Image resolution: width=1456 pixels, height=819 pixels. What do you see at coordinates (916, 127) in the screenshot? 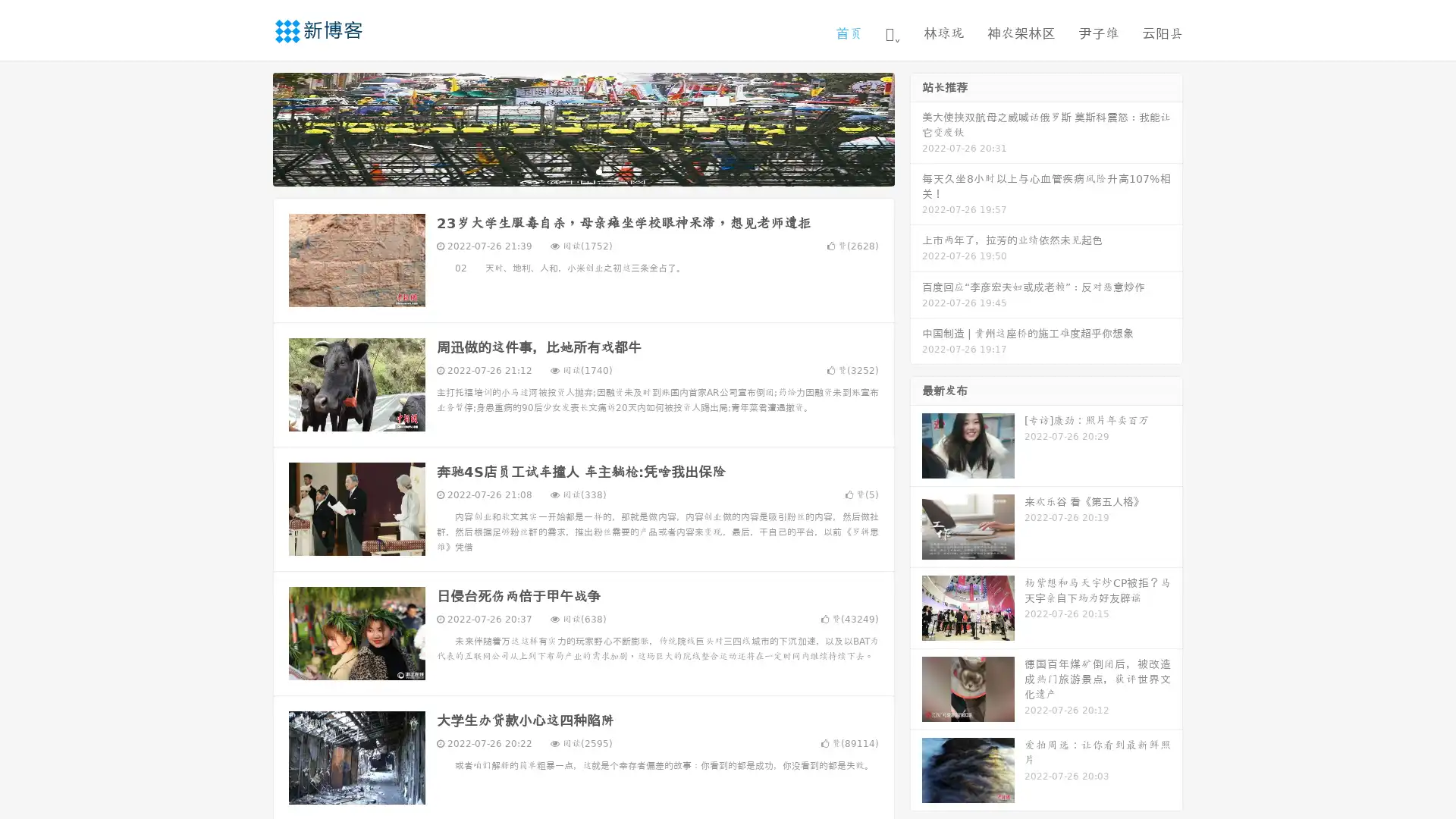
I see `Next slide` at bounding box center [916, 127].